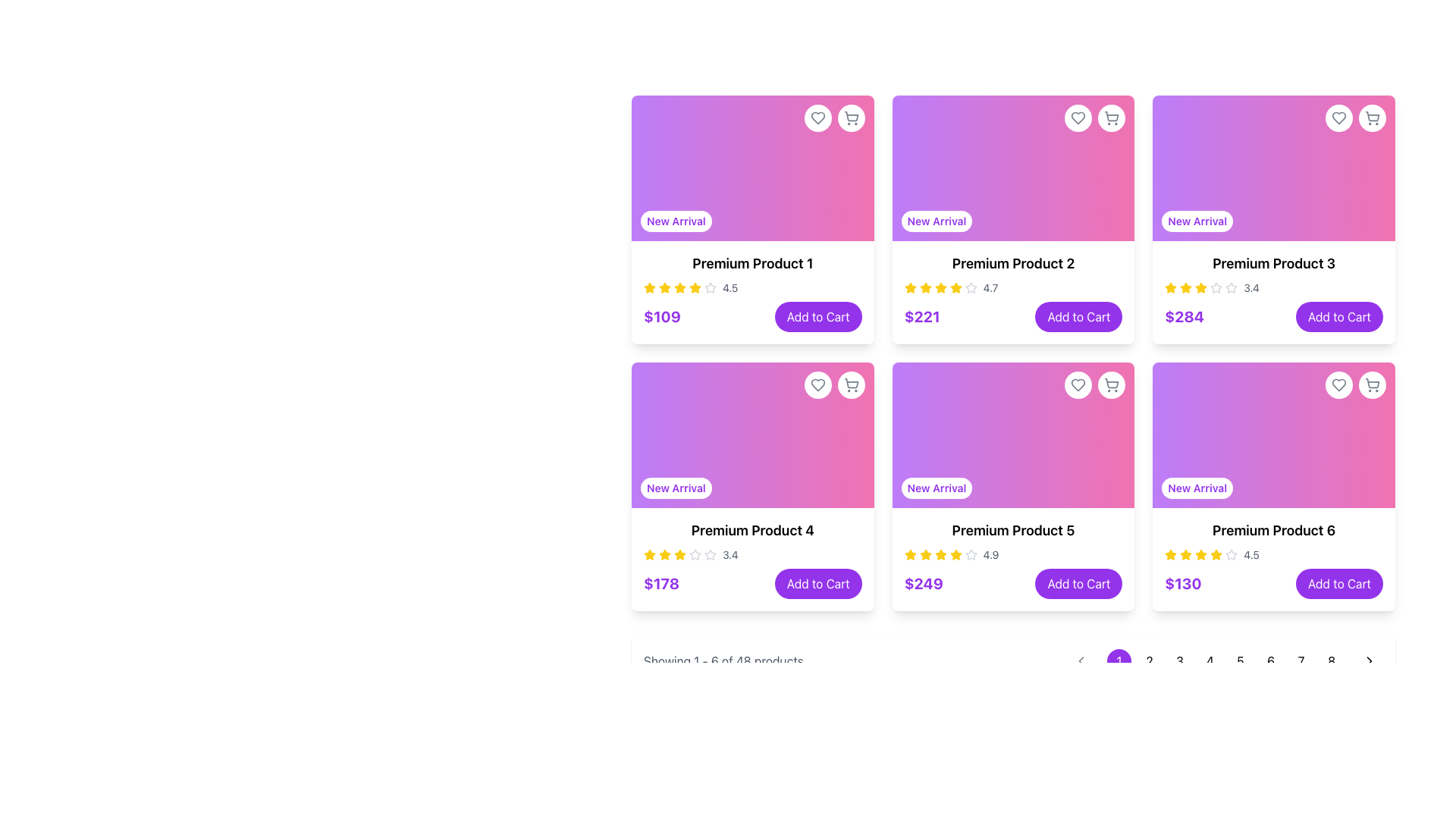 The image size is (1456, 819). What do you see at coordinates (1182, 583) in the screenshot?
I see `displayed price text '$130' which is bold and purple, located in the bottom-right corner of the 'Premium Product 6' card, above the 'Add to Cart' button` at bounding box center [1182, 583].